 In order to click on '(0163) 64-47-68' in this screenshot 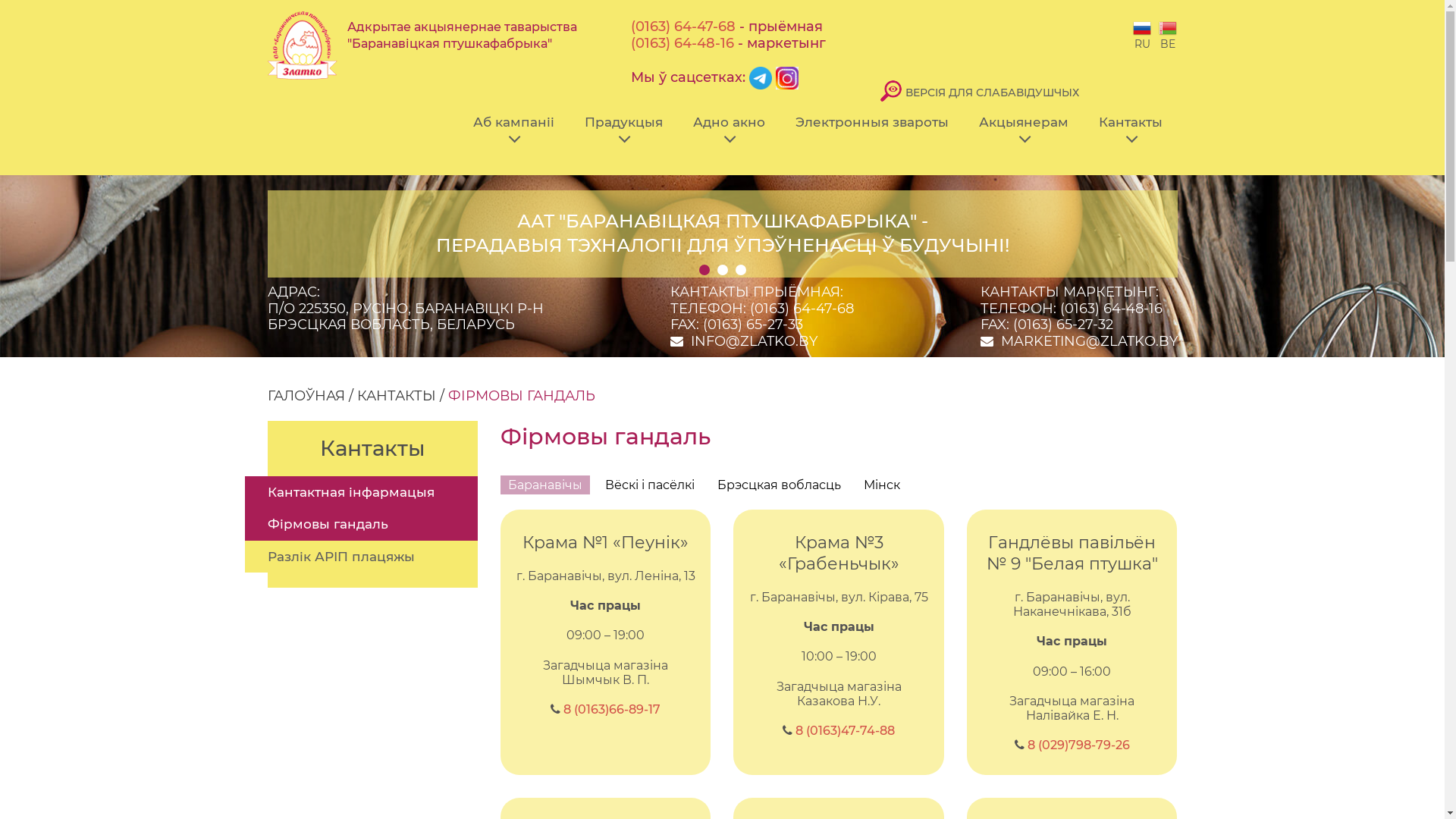, I will do `click(682, 26)`.